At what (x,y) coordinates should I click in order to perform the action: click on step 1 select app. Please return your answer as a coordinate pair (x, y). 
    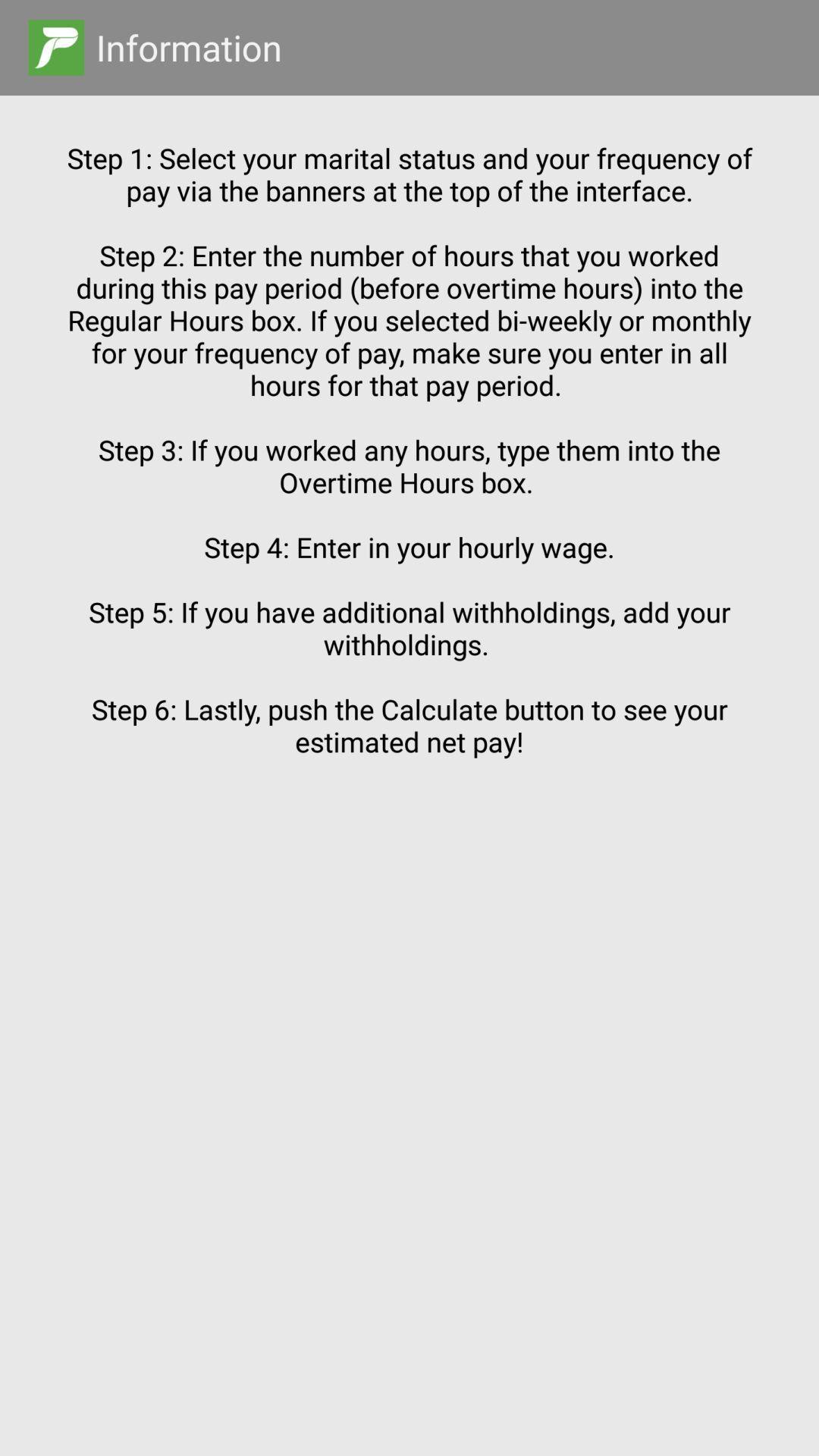
    Looking at the image, I should click on (409, 748).